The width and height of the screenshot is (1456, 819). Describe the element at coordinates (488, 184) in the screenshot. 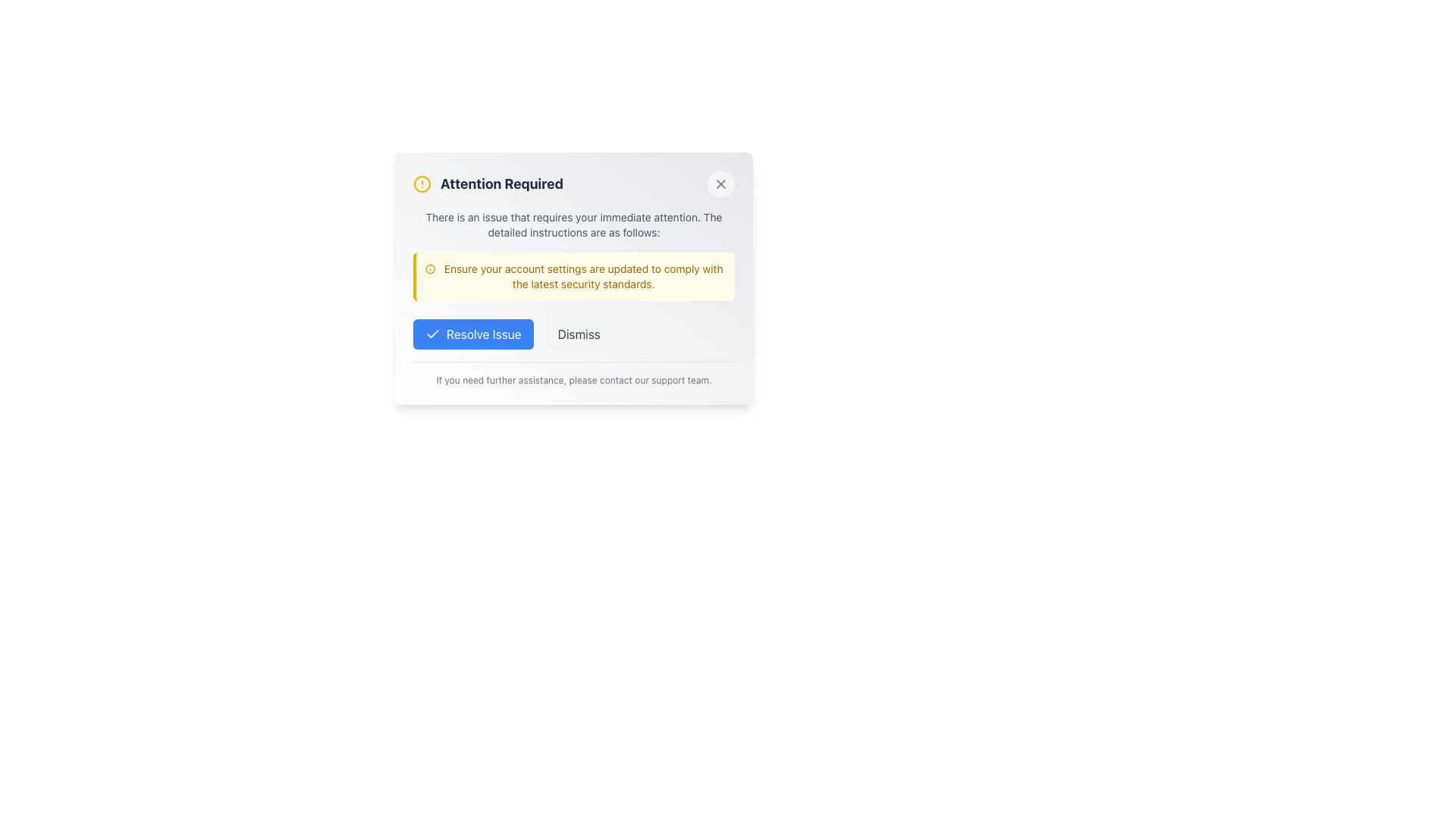

I see `the Text label with an accompanying icon located in the upper portion of the dialog box to draw attention to the message below` at that location.